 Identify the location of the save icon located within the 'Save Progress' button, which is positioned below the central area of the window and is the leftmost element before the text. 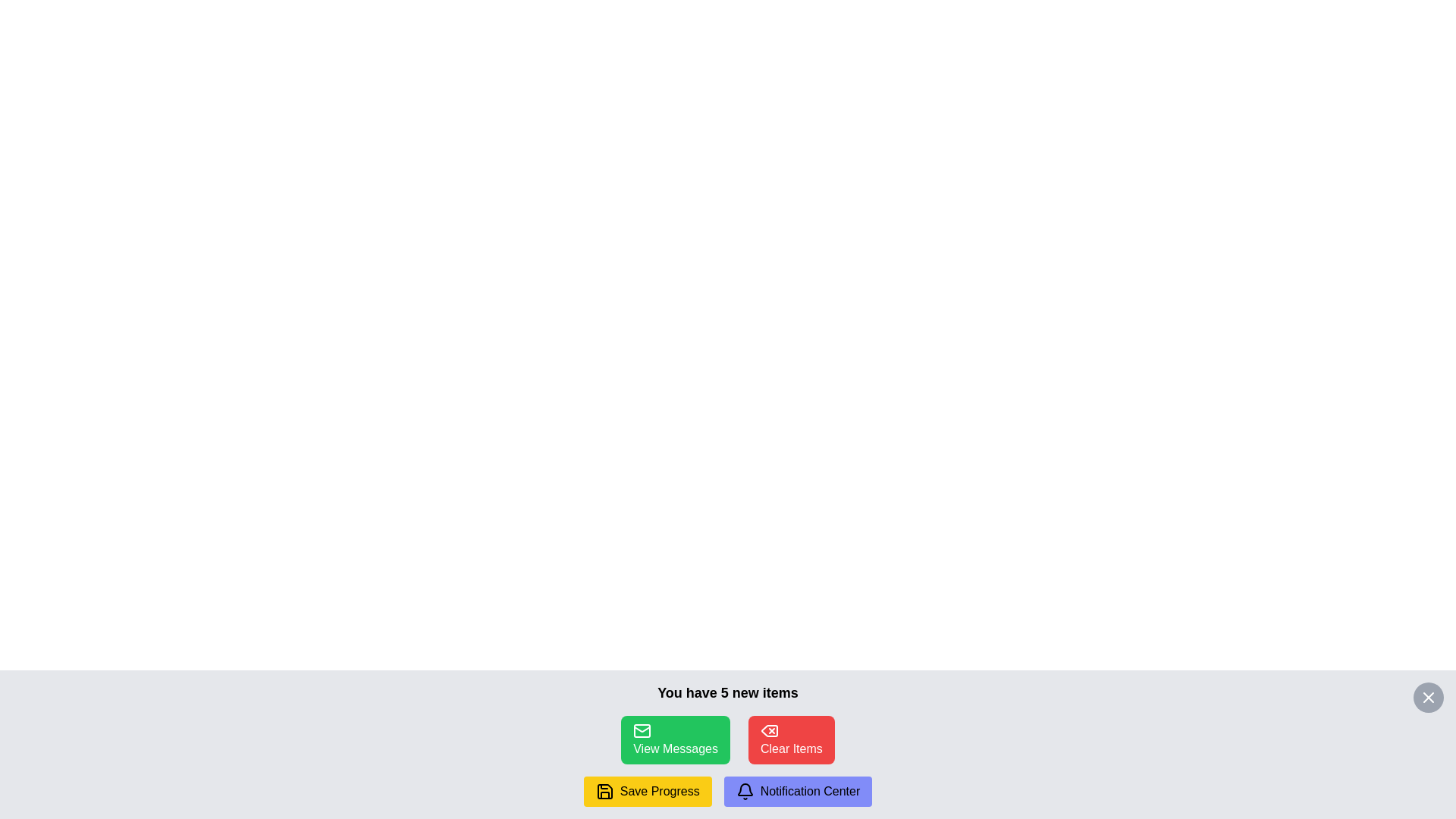
(604, 791).